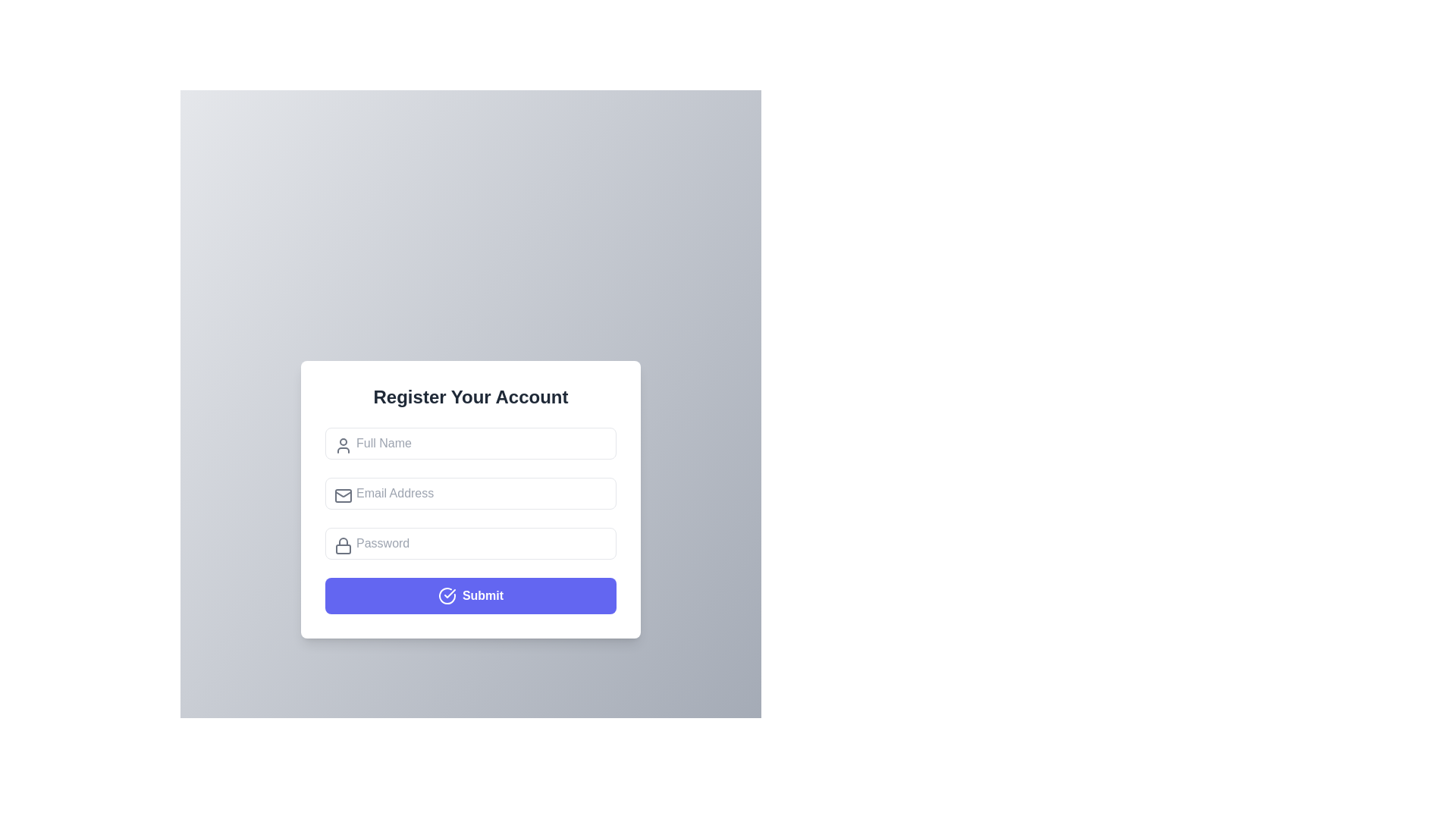 This screenshot has width=1456, height=819. I want to click on the minimalist gray mail icon located to the left of the 'Email Address' input field in the account registration form, so click(342, 494).